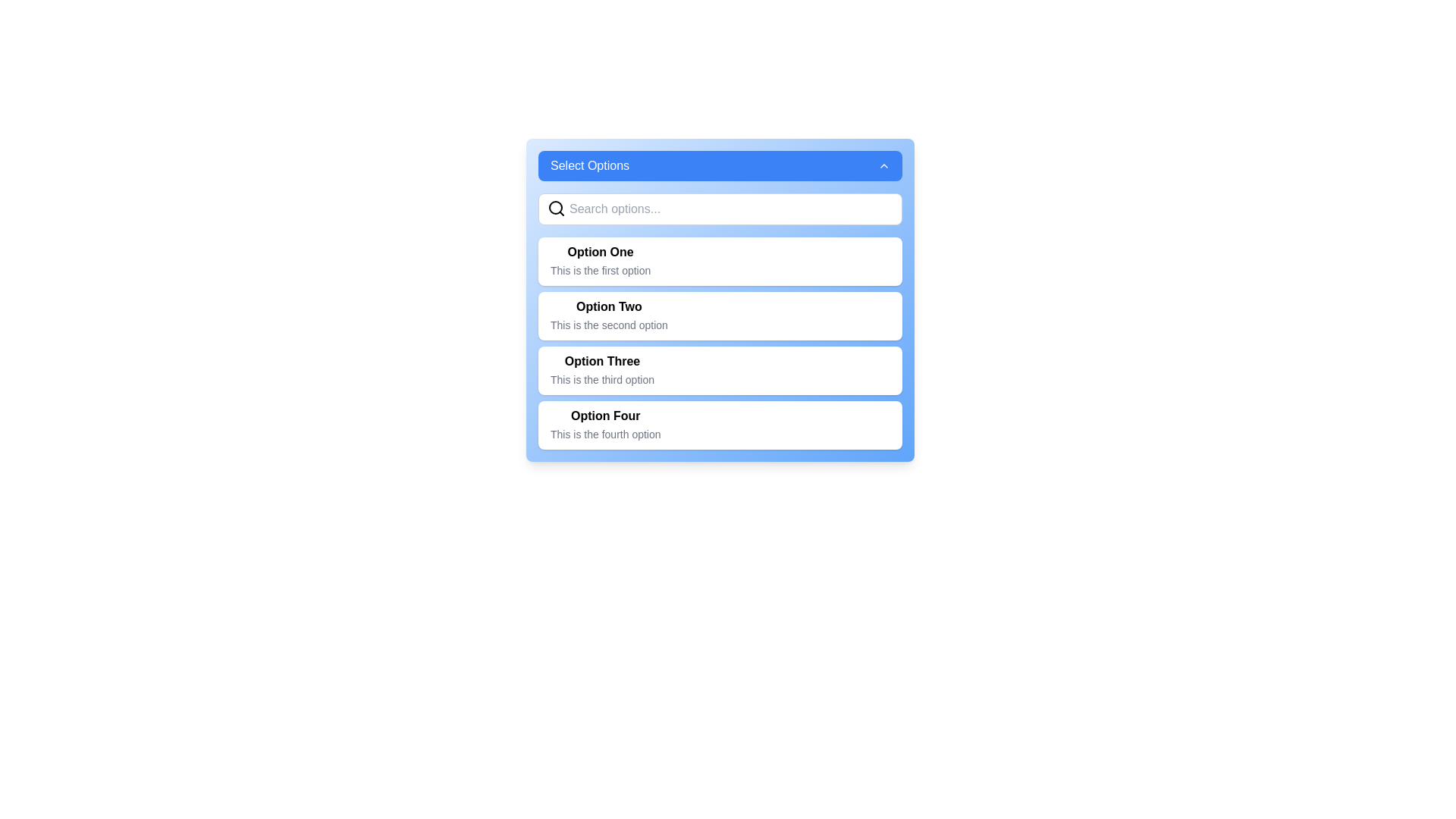  What do you see at coordinates (601, 371) in the screenshot?
I see `the List item displaying the title 'Option Three'` at bounding box center [601, 371].